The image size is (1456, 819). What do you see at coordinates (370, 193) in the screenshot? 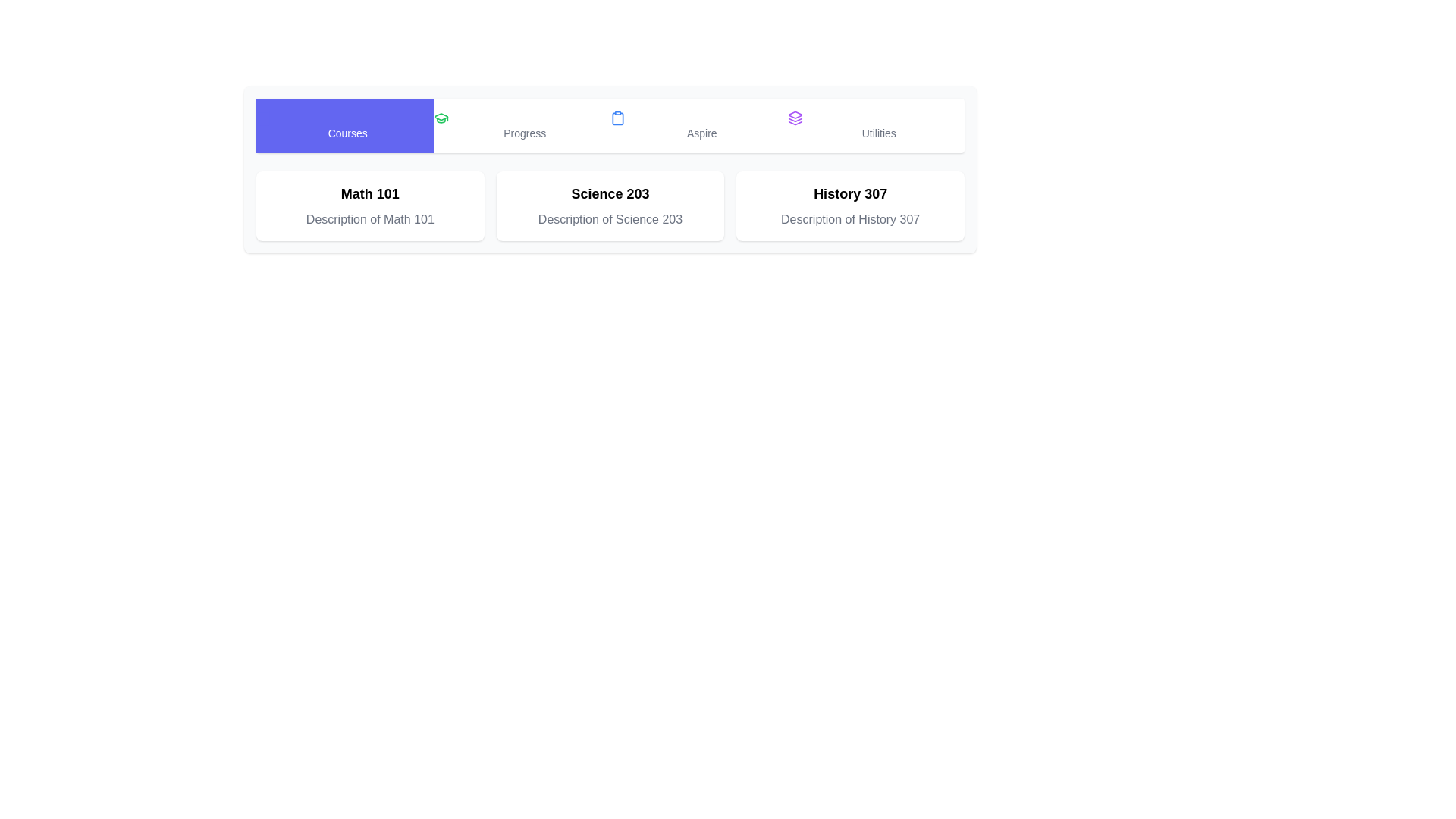
I see `text label identifying the course name as 'Math 101' located at the top section of the first white card under the 'Courses' tab` at bounding box center [370, 193].